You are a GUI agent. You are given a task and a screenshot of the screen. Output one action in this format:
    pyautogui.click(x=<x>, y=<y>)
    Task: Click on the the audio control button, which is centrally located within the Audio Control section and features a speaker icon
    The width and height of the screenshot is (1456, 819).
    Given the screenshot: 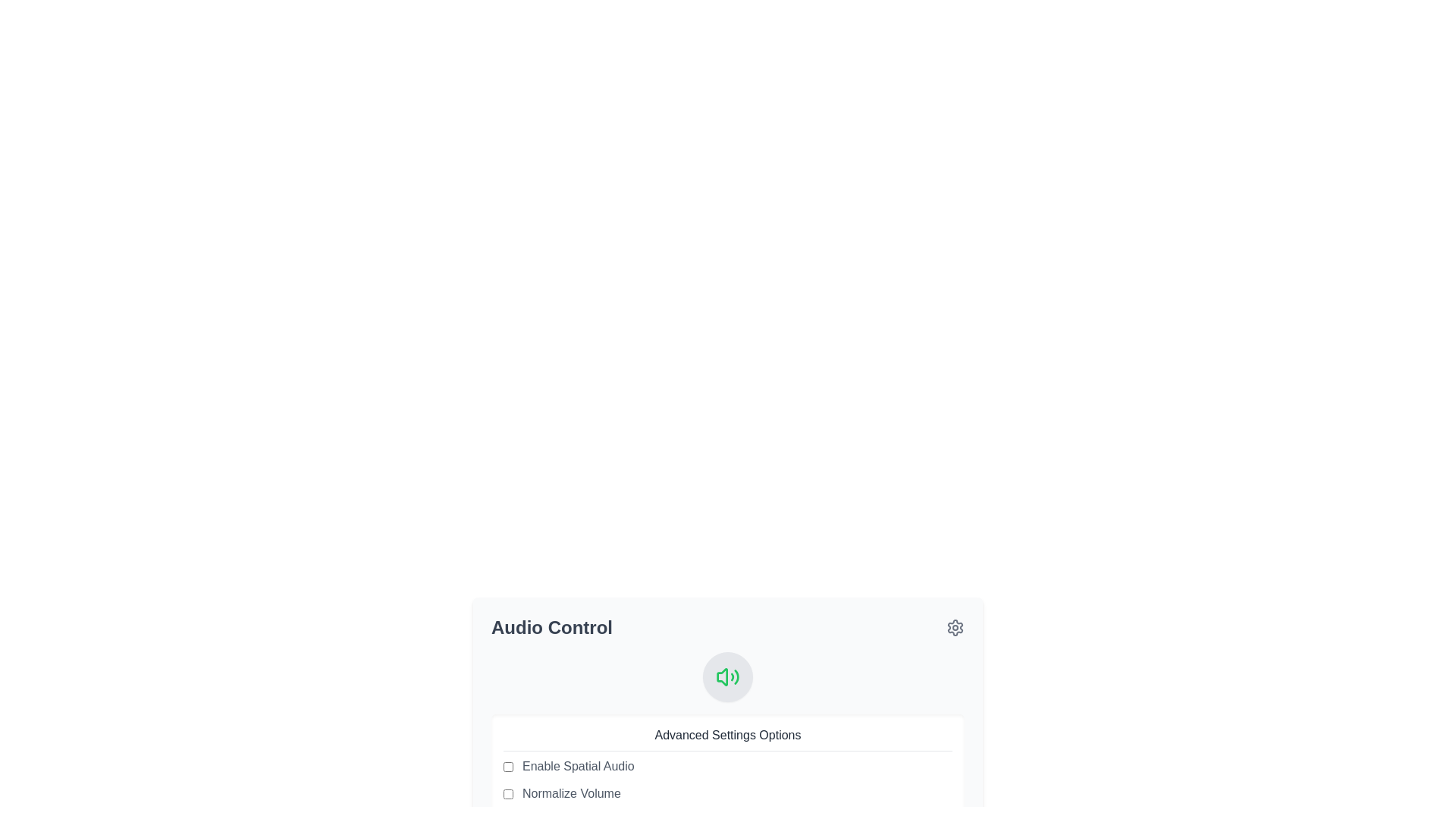 What is the action you would take?
    pyautogui.click(x=728, y=676)
    